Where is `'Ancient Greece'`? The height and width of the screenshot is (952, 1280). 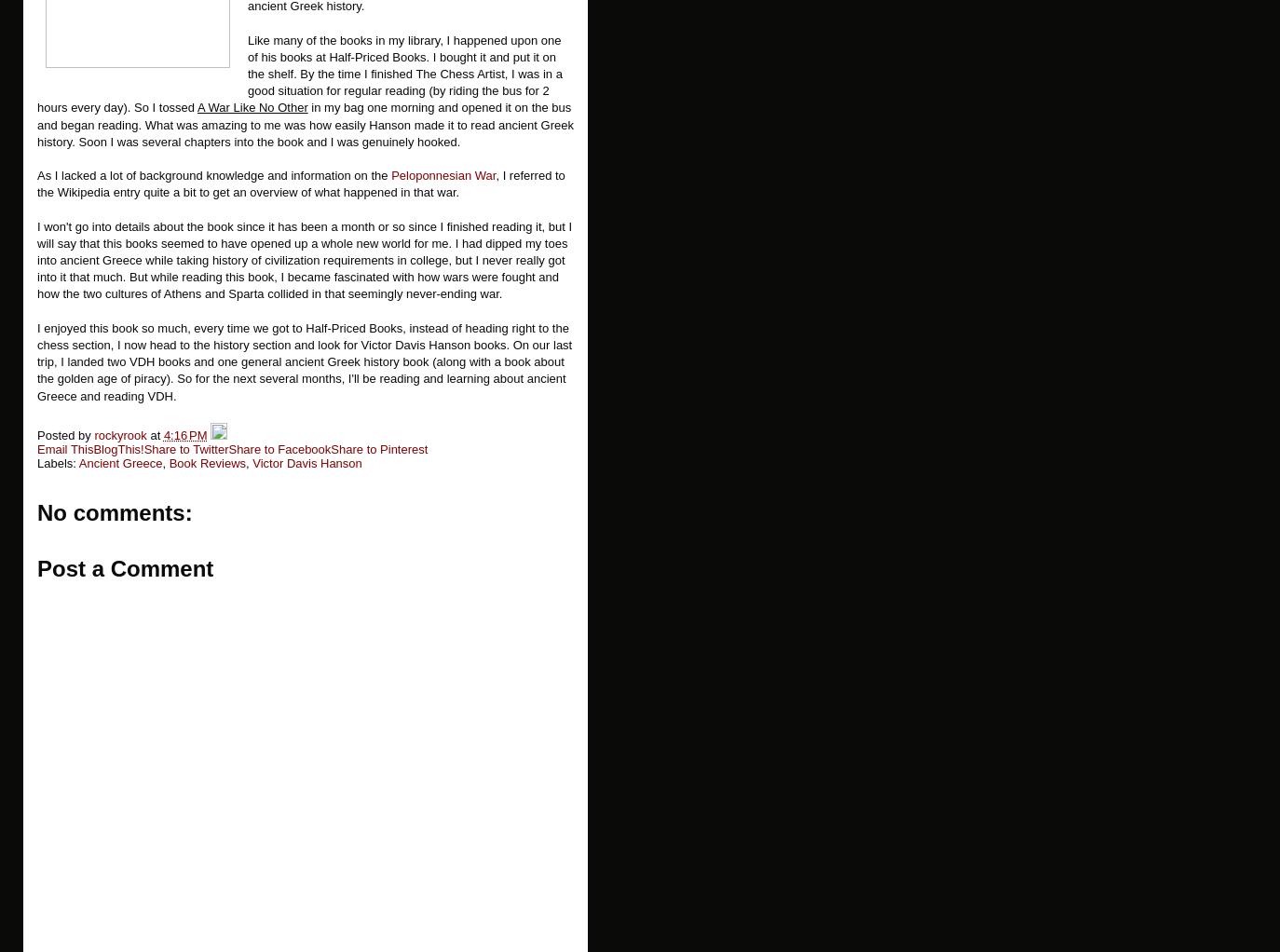
'Ancient Greece' is located at coordinates (76, 463).